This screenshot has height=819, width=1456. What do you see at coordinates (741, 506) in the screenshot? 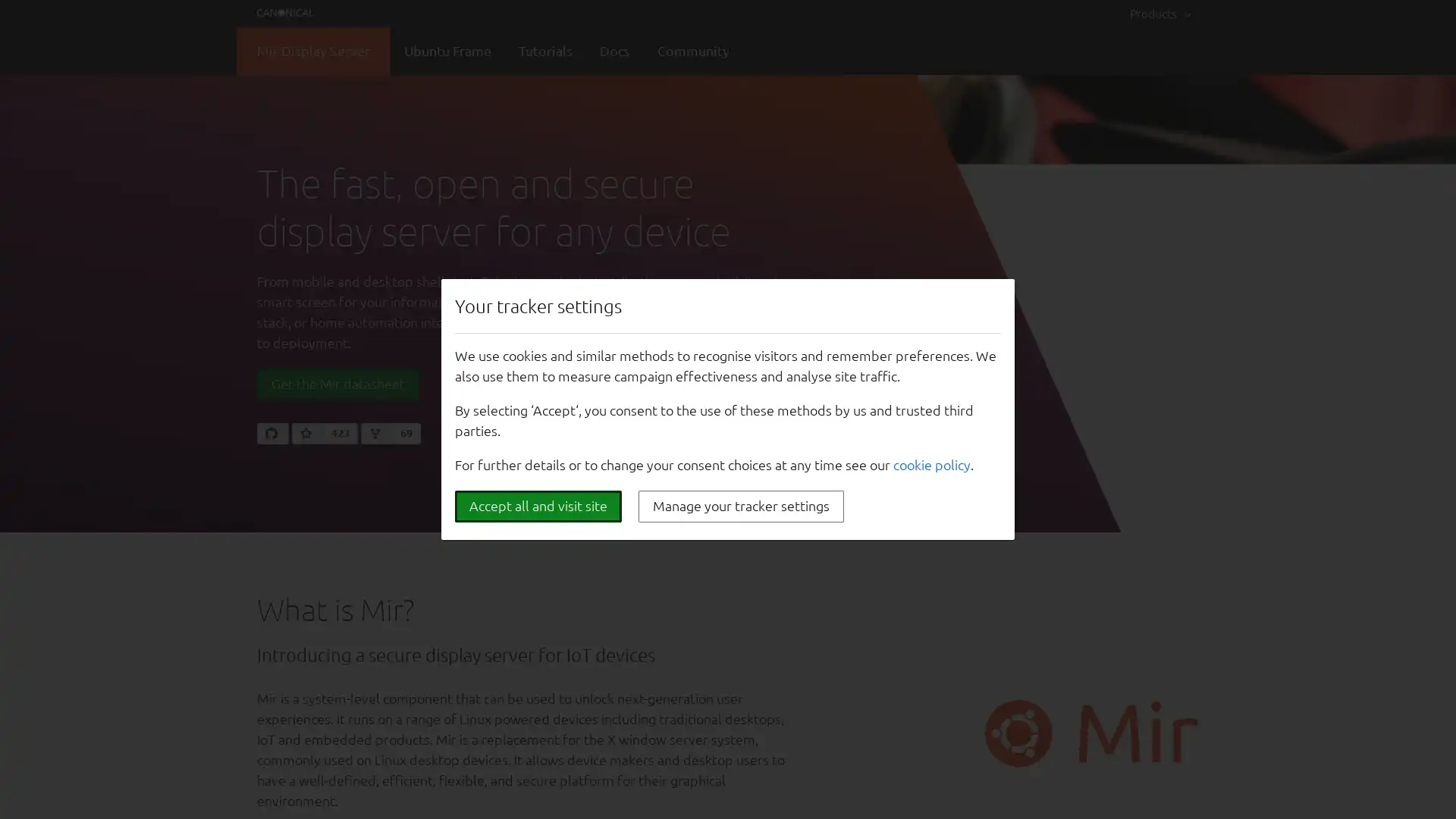
I see `Manage your tracker settings` at bounding box center [741, 506].